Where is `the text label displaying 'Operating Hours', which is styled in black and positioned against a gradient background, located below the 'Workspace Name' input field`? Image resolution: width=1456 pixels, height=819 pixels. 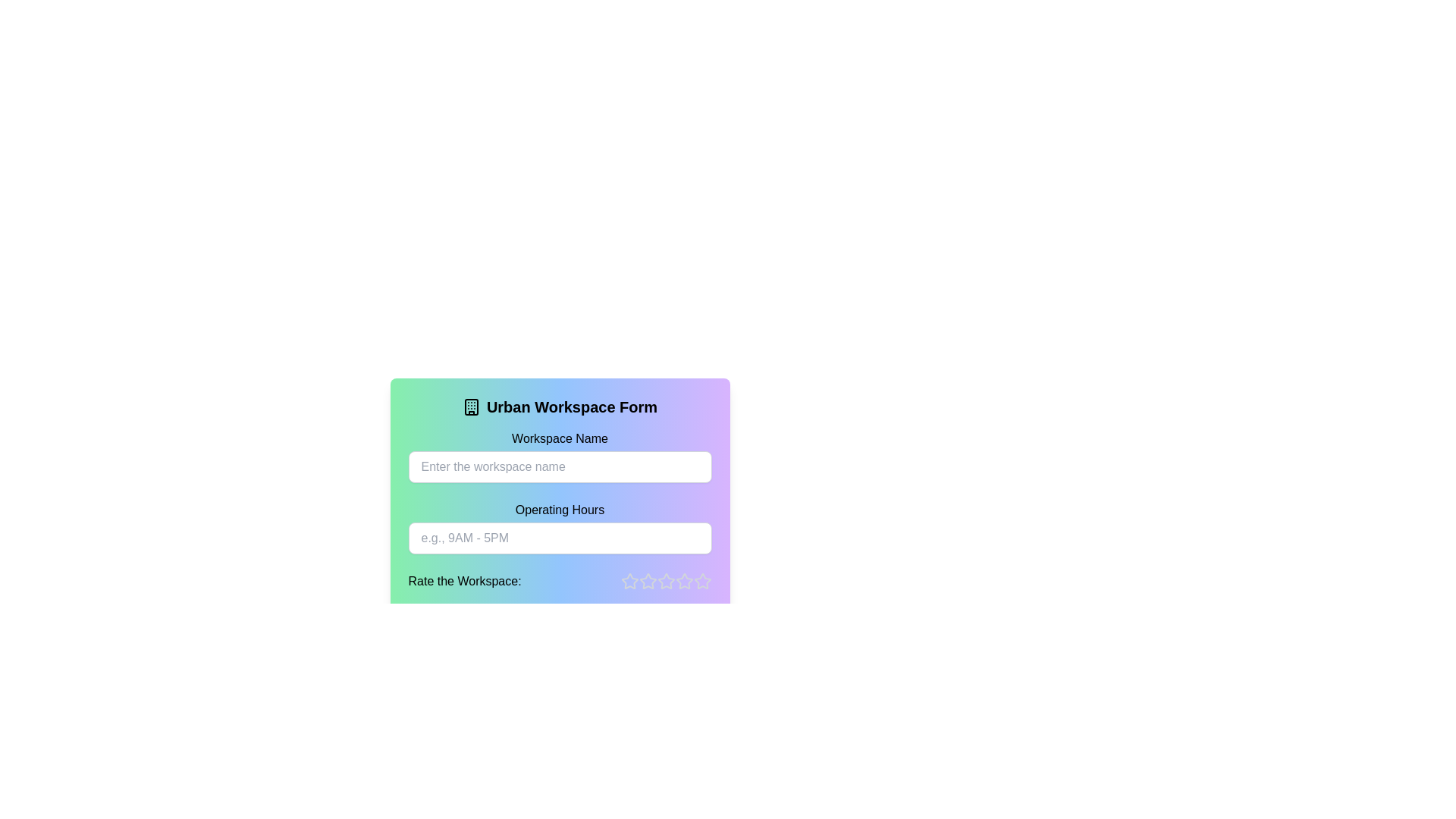
the text label displaying 'Operating Hours', which is styled in black and positioned against a gradient background, located below the 'Workspace Name' input field is located at coordinates (559, 510).